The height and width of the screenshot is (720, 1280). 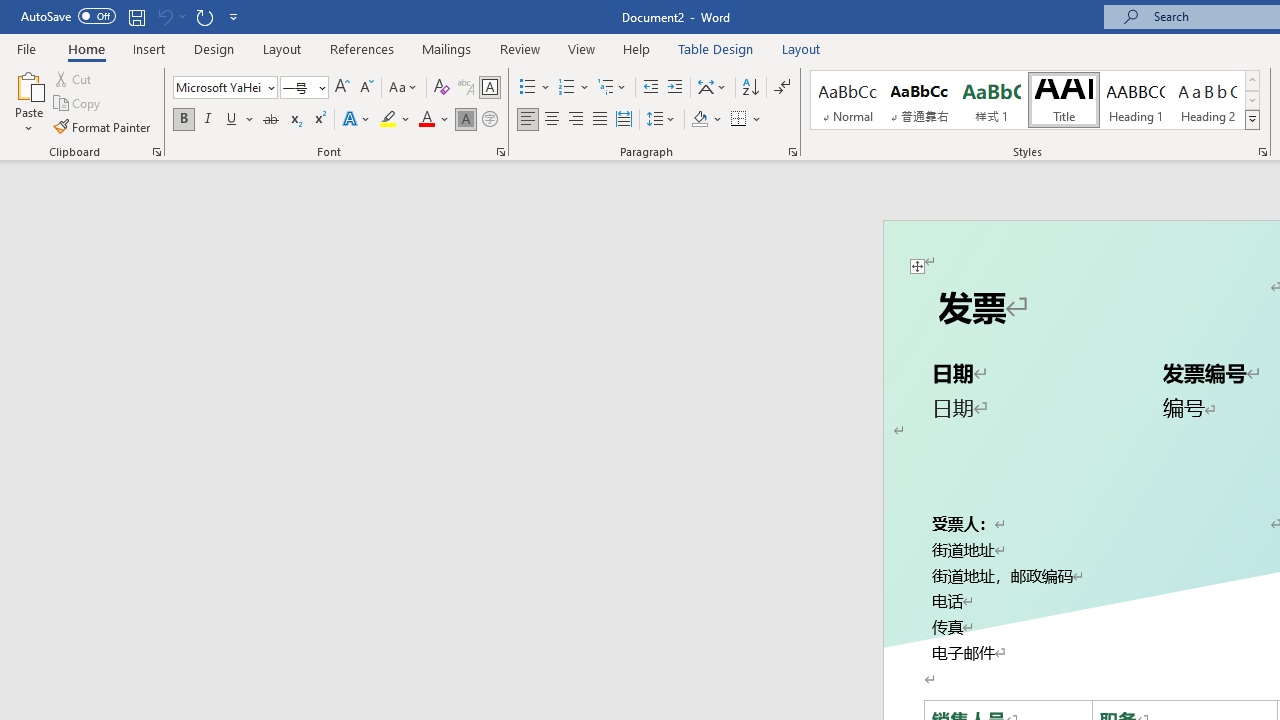 I want to click on 'Mailings', so click(x=446, y=48).